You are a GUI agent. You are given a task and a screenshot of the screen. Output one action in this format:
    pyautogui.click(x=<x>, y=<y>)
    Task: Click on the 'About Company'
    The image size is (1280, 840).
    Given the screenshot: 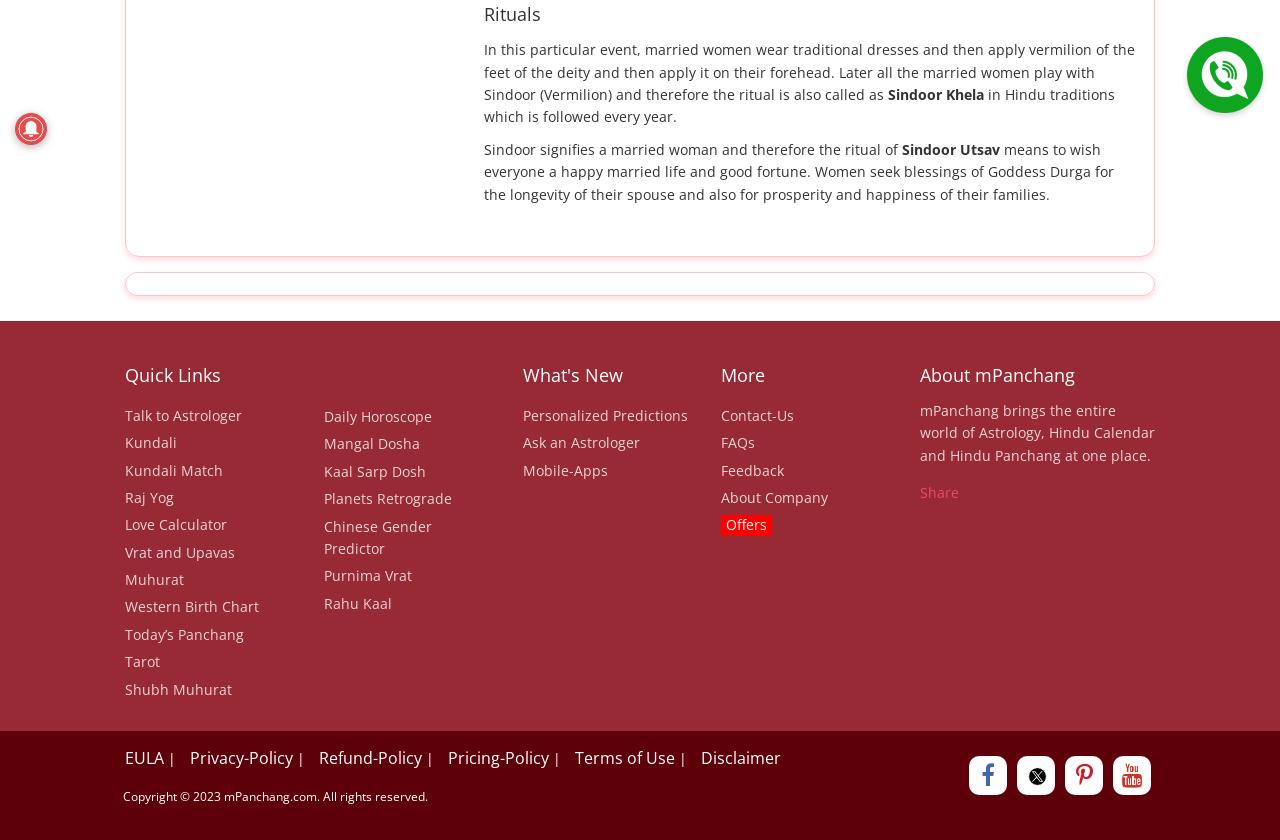 What is the action you would take?
    pyautogui.click(x=773, y=496)
    